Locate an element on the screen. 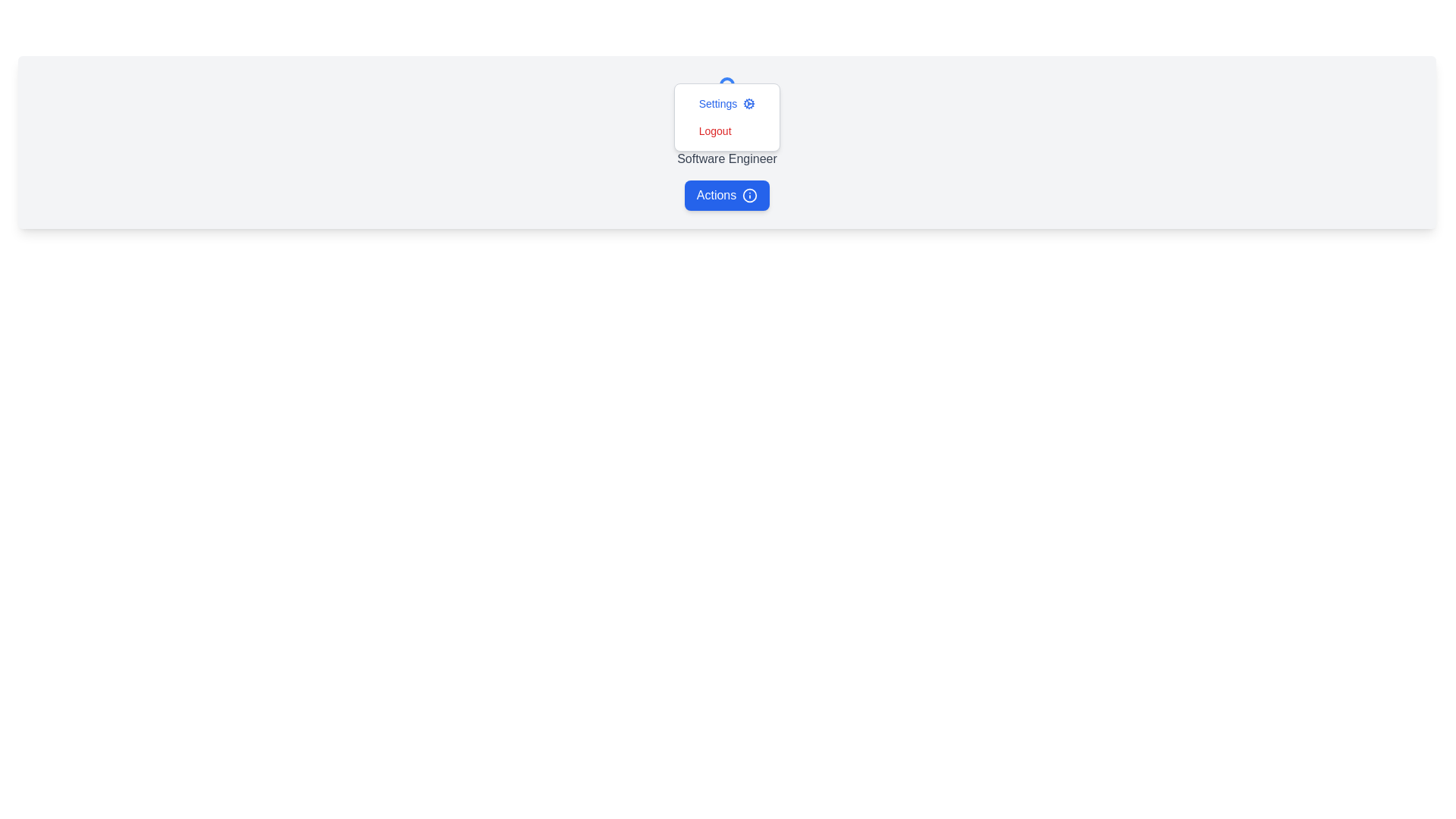 The width and height of the screenshot is (1456, 819). the 'Logout' button, which is styled with red text and positioned below the 'Settings' option in the dropdown menu is located at coordinates (726, 130).